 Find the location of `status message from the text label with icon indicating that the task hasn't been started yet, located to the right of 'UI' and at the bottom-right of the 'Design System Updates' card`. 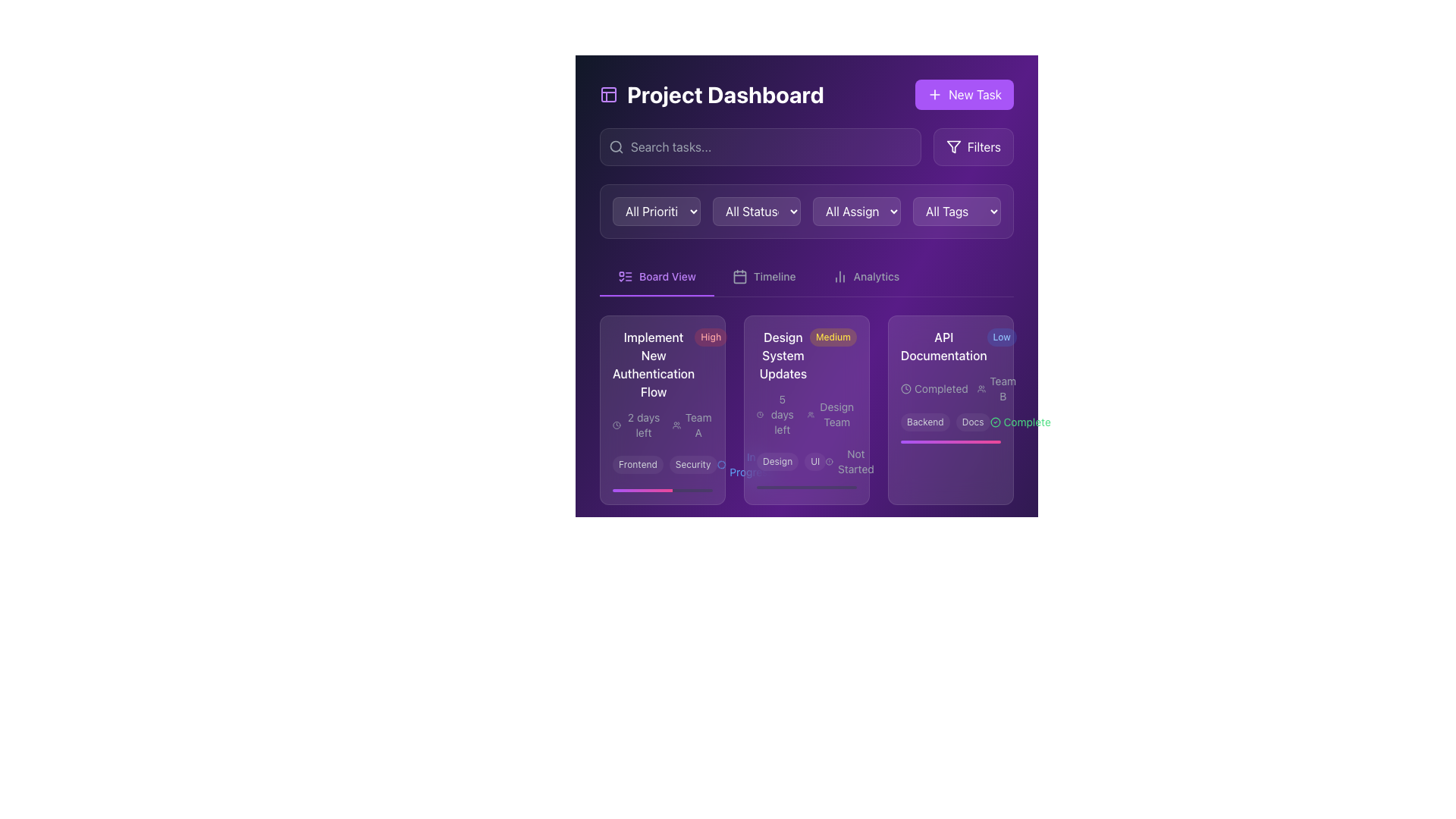

status message from the text label with icon indicating that the task hasn't been started yet, located to the right of 'UI' and at the bottom-right of the 'Design System Updates' card is located at coordinates (851, 461).